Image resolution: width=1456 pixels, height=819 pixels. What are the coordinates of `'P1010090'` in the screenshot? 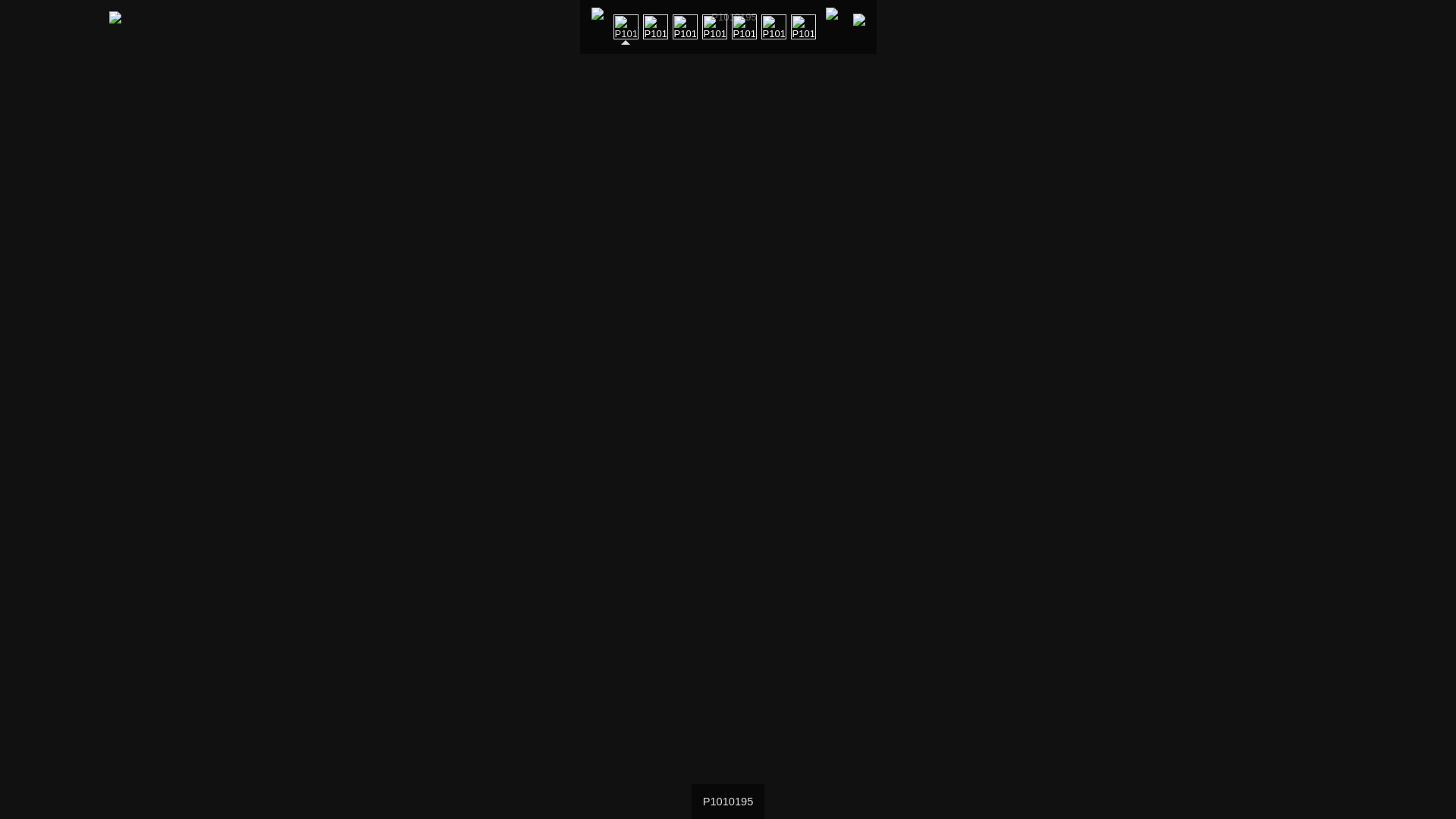 It's located at (743, 27).